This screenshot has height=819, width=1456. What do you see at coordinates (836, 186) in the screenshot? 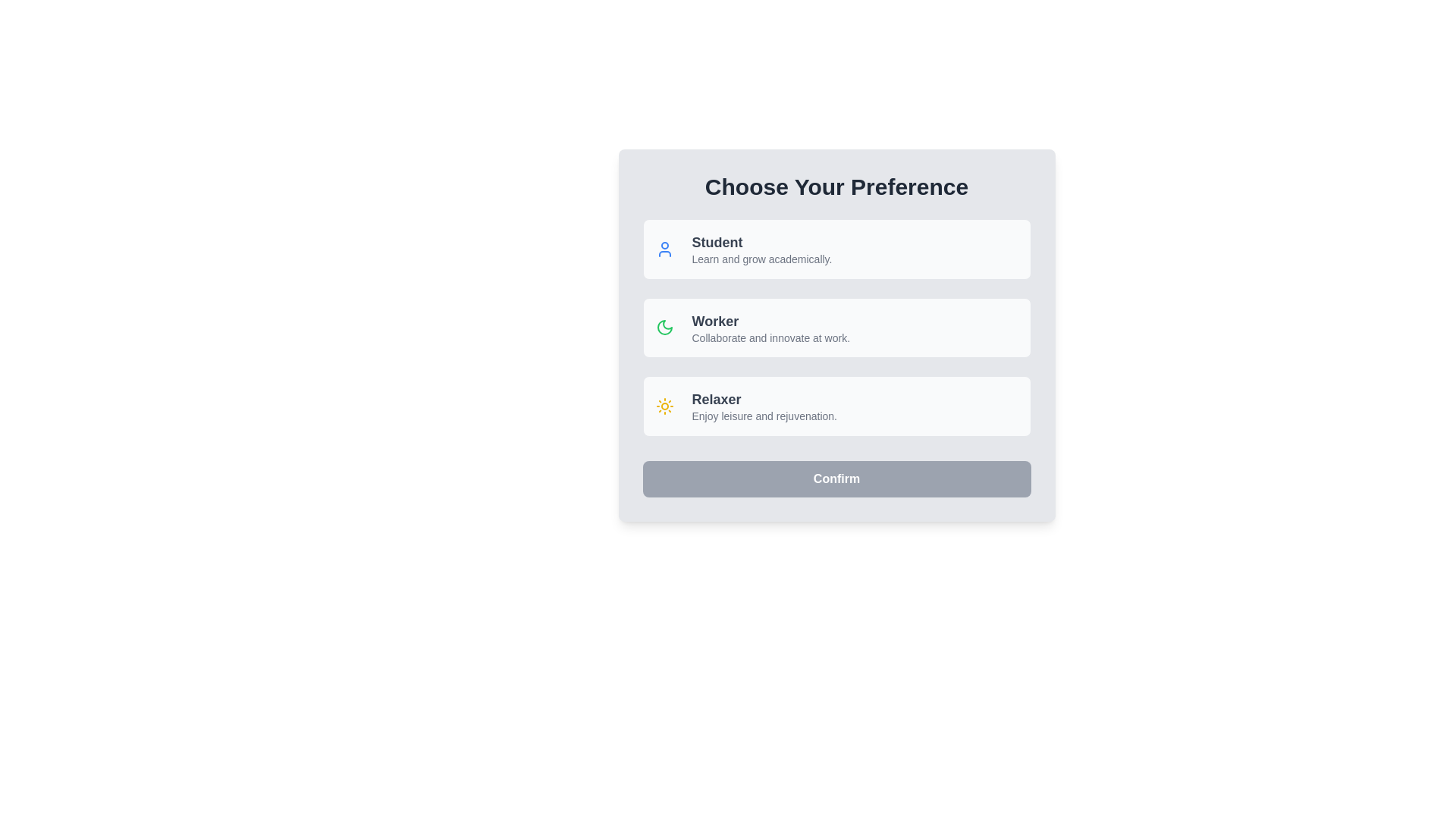
I see `the bolded header text 'Choose Your Preference' which is centered at the top of the panel and serves as a title for the options below` at bounding box center [836, 186].